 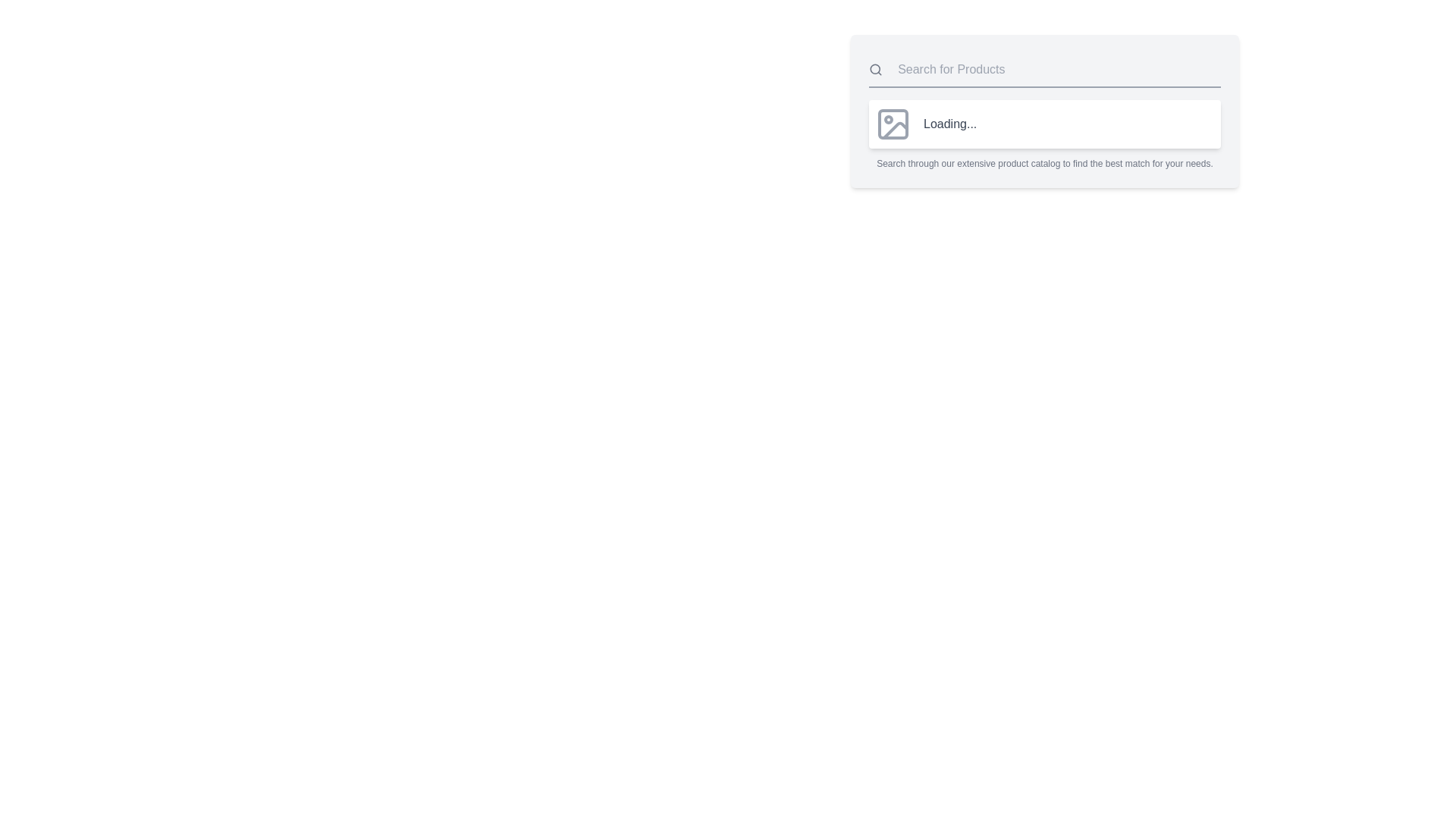 I want to click on the loading indicator text label located in the middle-right section of the interface, which informs users that data or content is being loaded, so click(x=949, y=124).